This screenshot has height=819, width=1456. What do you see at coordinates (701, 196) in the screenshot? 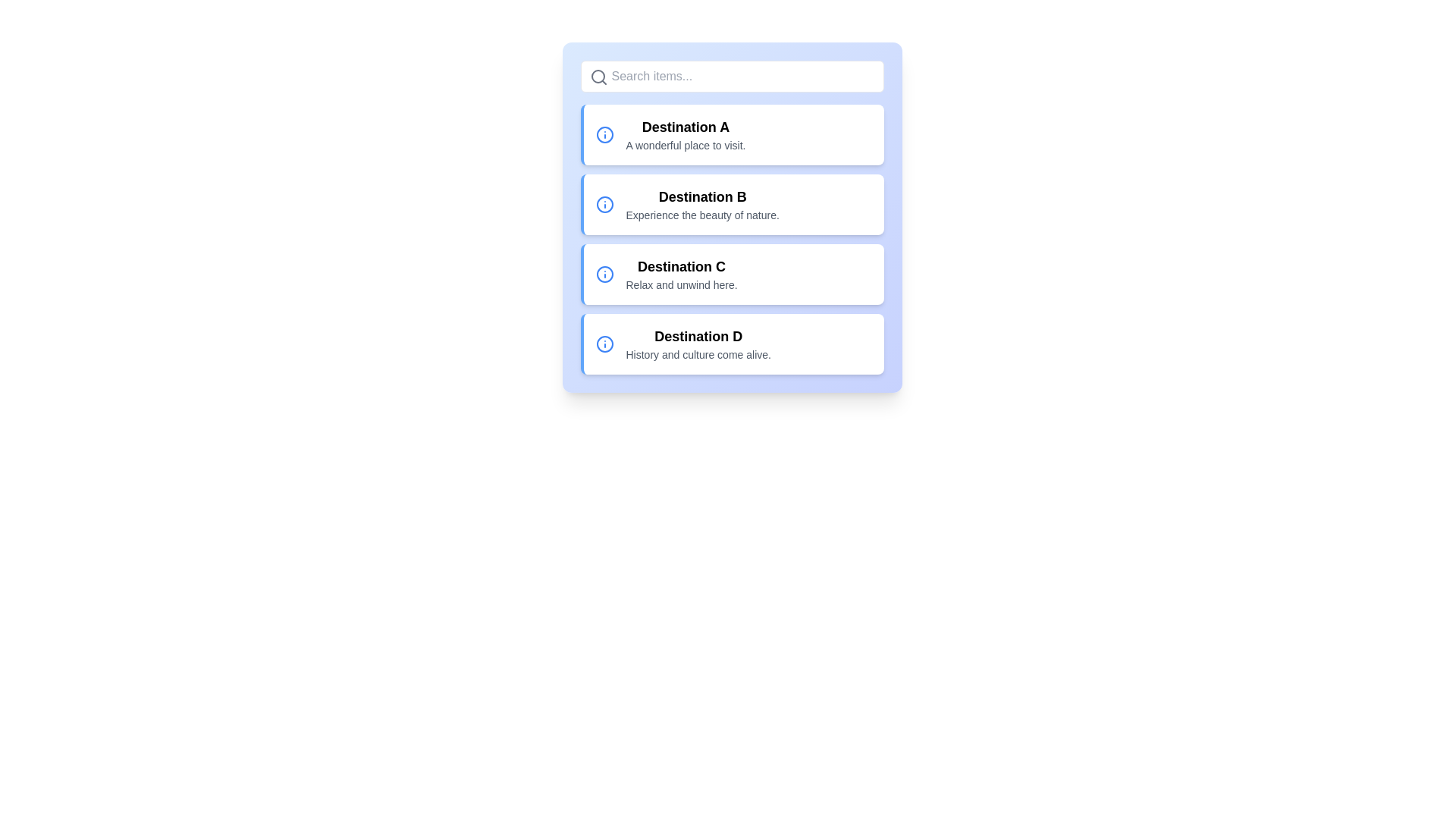
I see `the text label displaying 'Destination B', which is a prominent heading in the second item of a vertically stacked list, positioned above the description 'Experience the beauty of nature'` at bounding box center [701, 196].